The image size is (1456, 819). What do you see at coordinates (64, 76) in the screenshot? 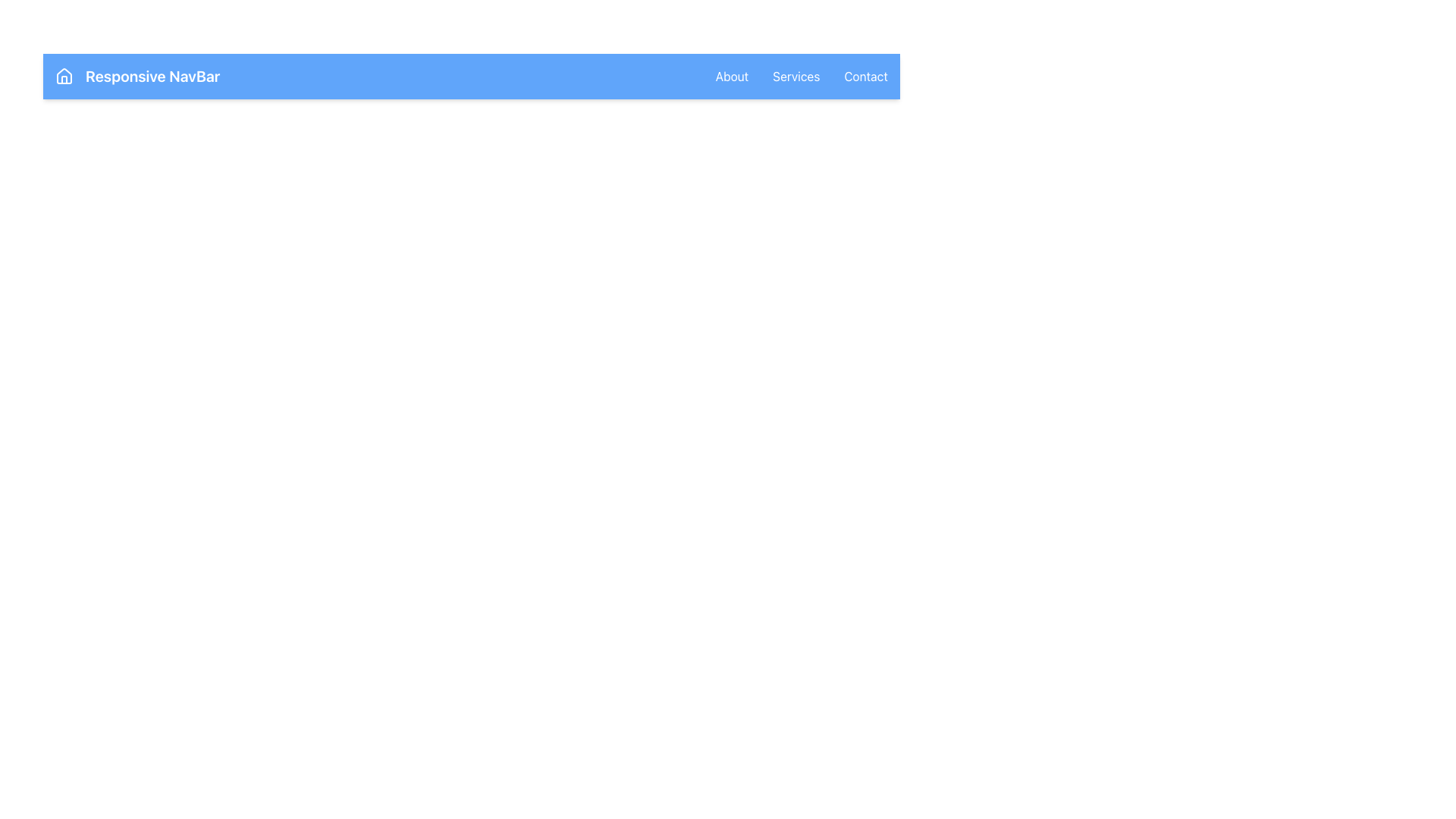
I see `the 'home' icon` at bounding box center [64, 76].